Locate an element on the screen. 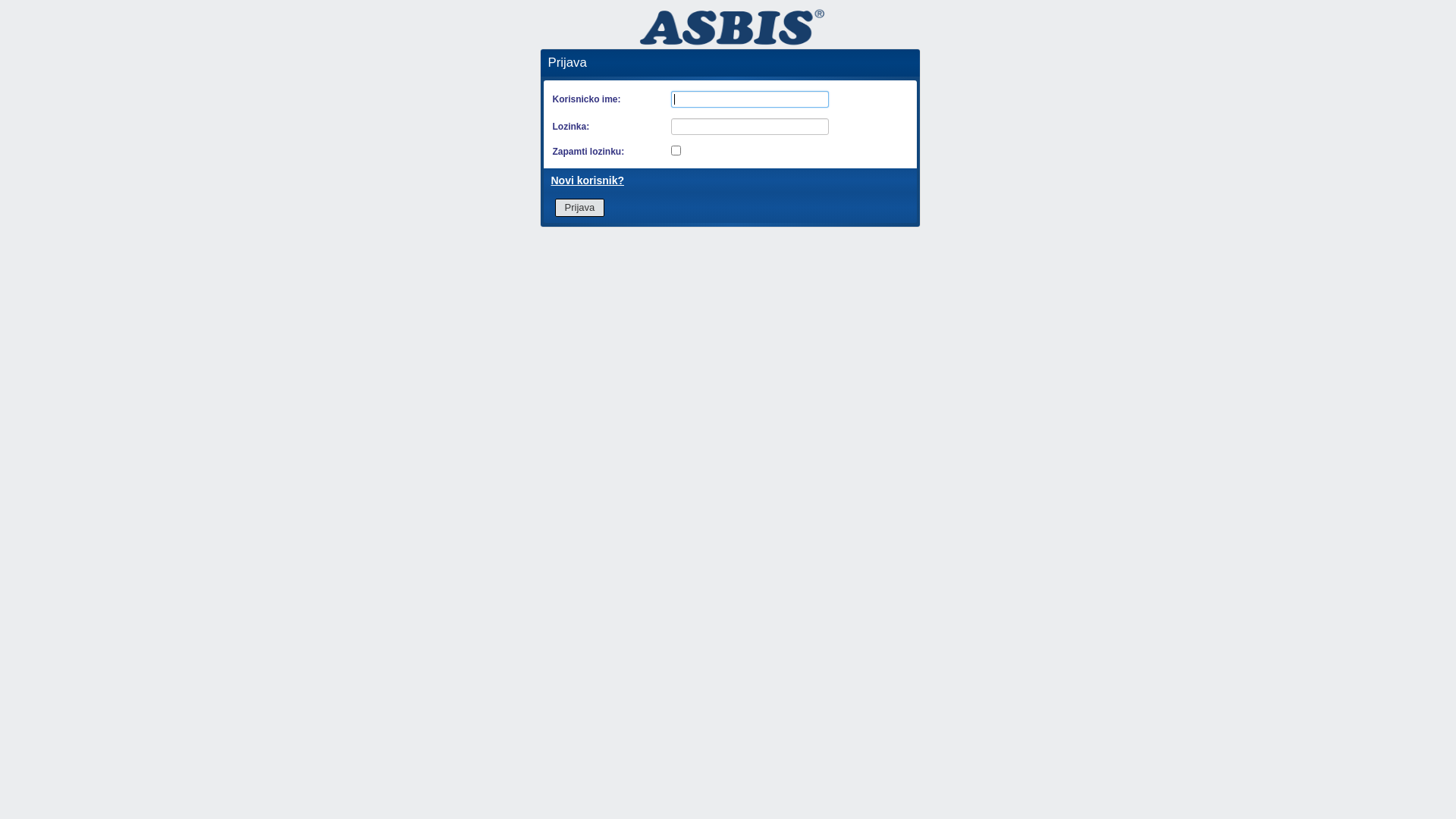  'Prijava' is located at coordinates (579, 207).